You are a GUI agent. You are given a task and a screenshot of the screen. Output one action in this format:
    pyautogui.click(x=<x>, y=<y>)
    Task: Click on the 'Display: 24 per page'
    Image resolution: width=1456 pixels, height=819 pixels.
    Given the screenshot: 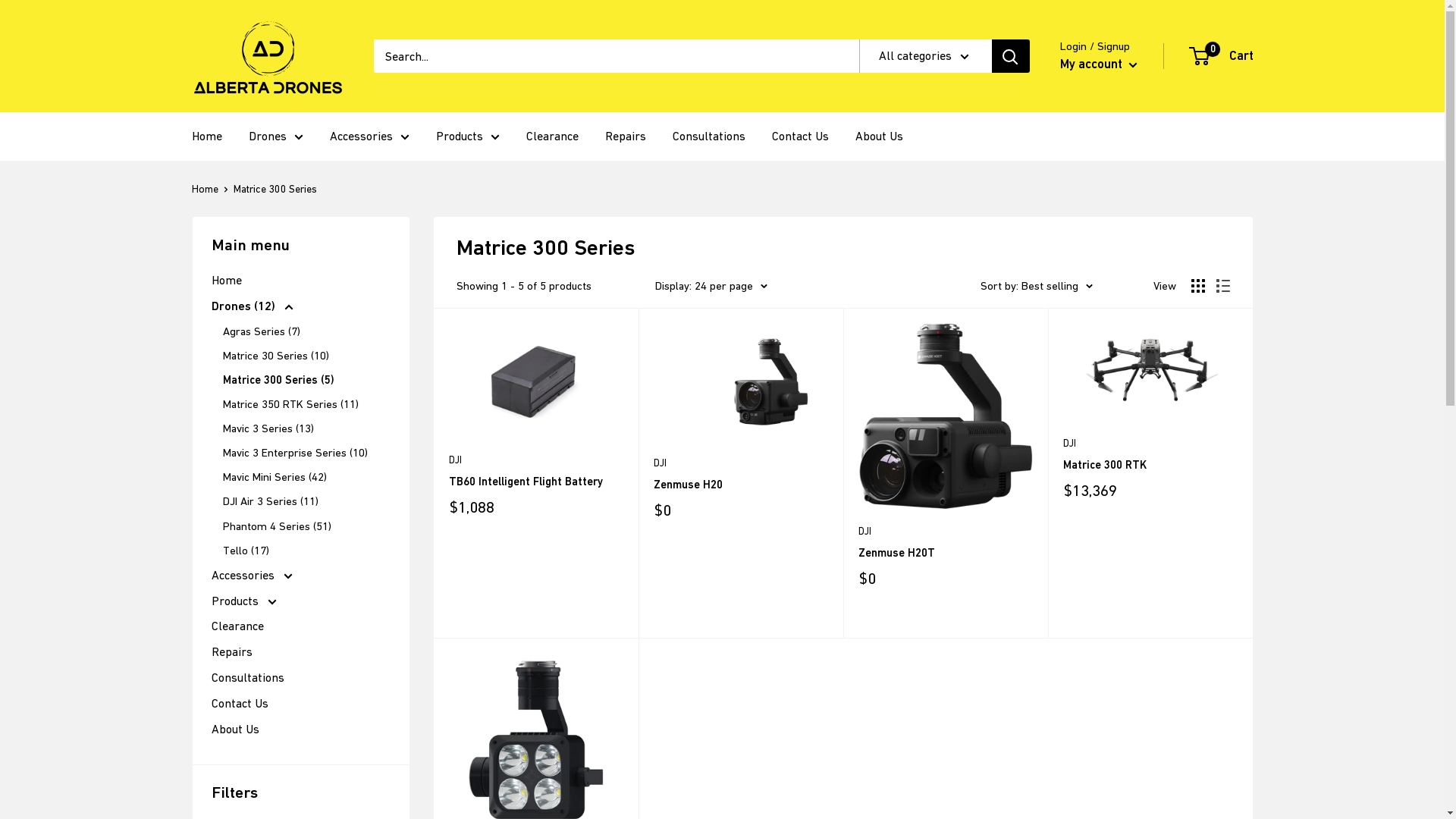 What is the action you would take?
    pyautogui.click(x=655, y=286)
    